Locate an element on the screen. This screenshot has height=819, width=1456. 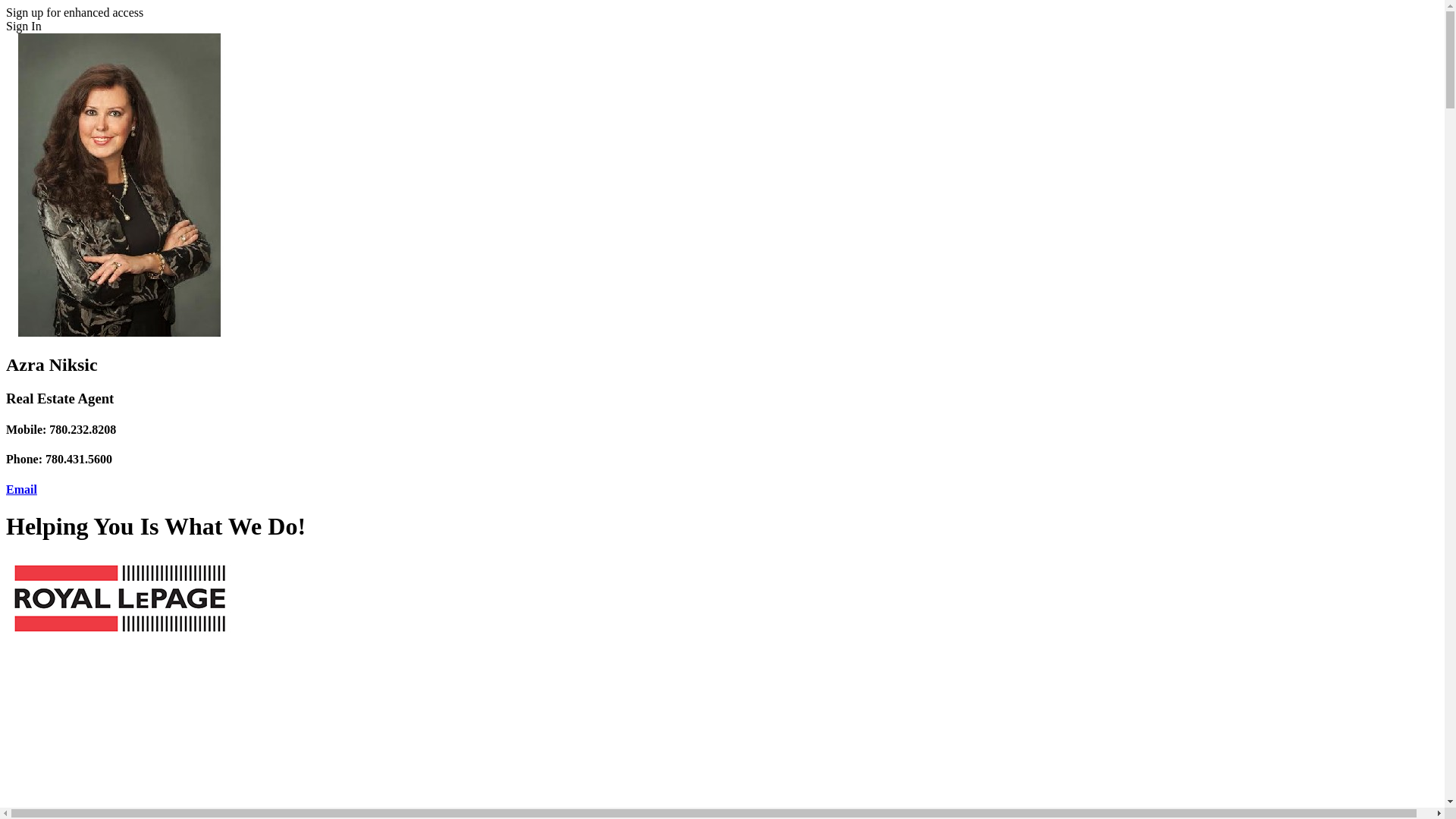
'Email' is located at coordinates (21, 489).